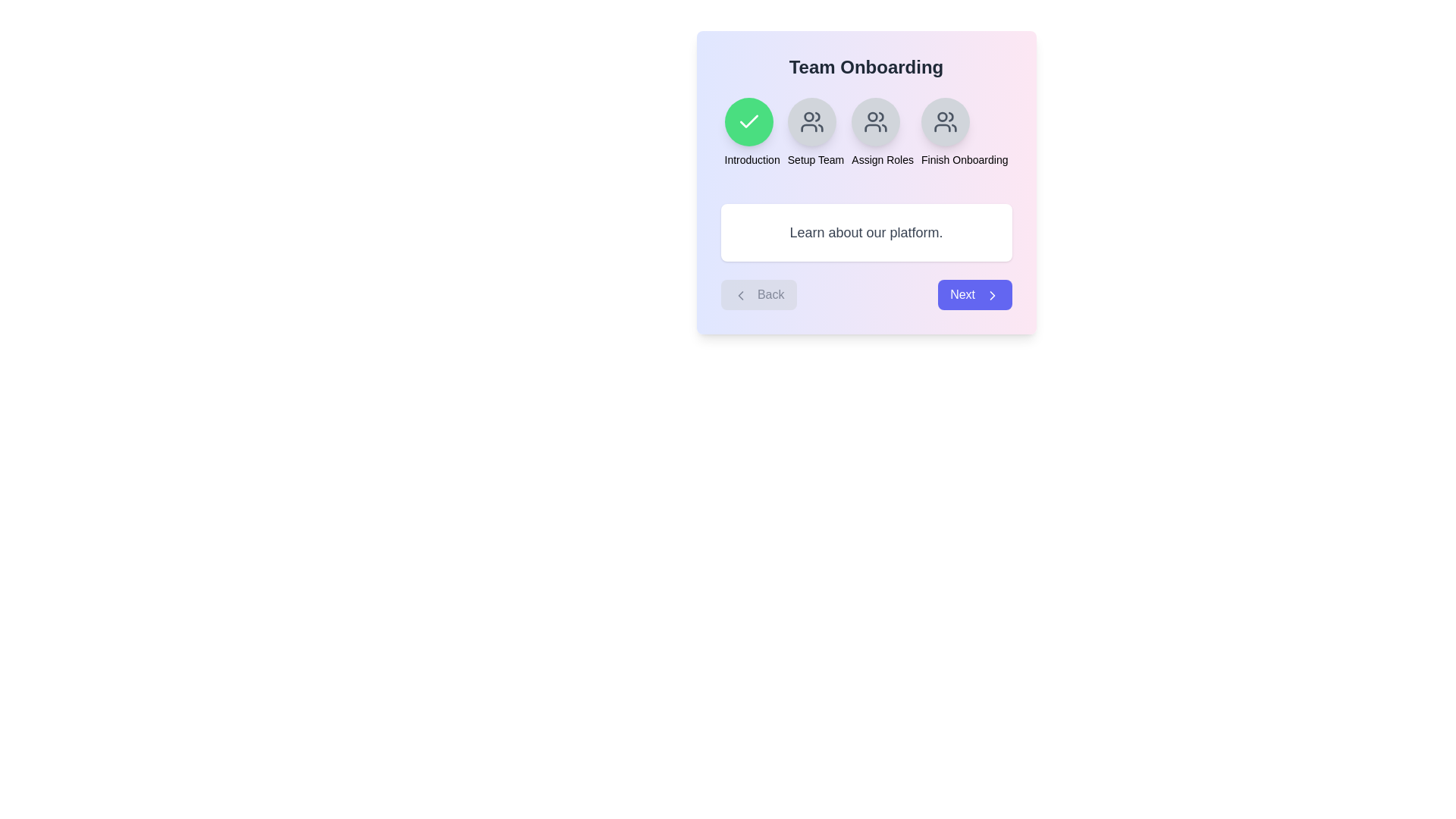 The image size is (1456, 819). What do you see at coordinates (758, 295) in the screenshot?
I see `the Back button to navigate the onboarding steps` at bounding box center [758, 295].